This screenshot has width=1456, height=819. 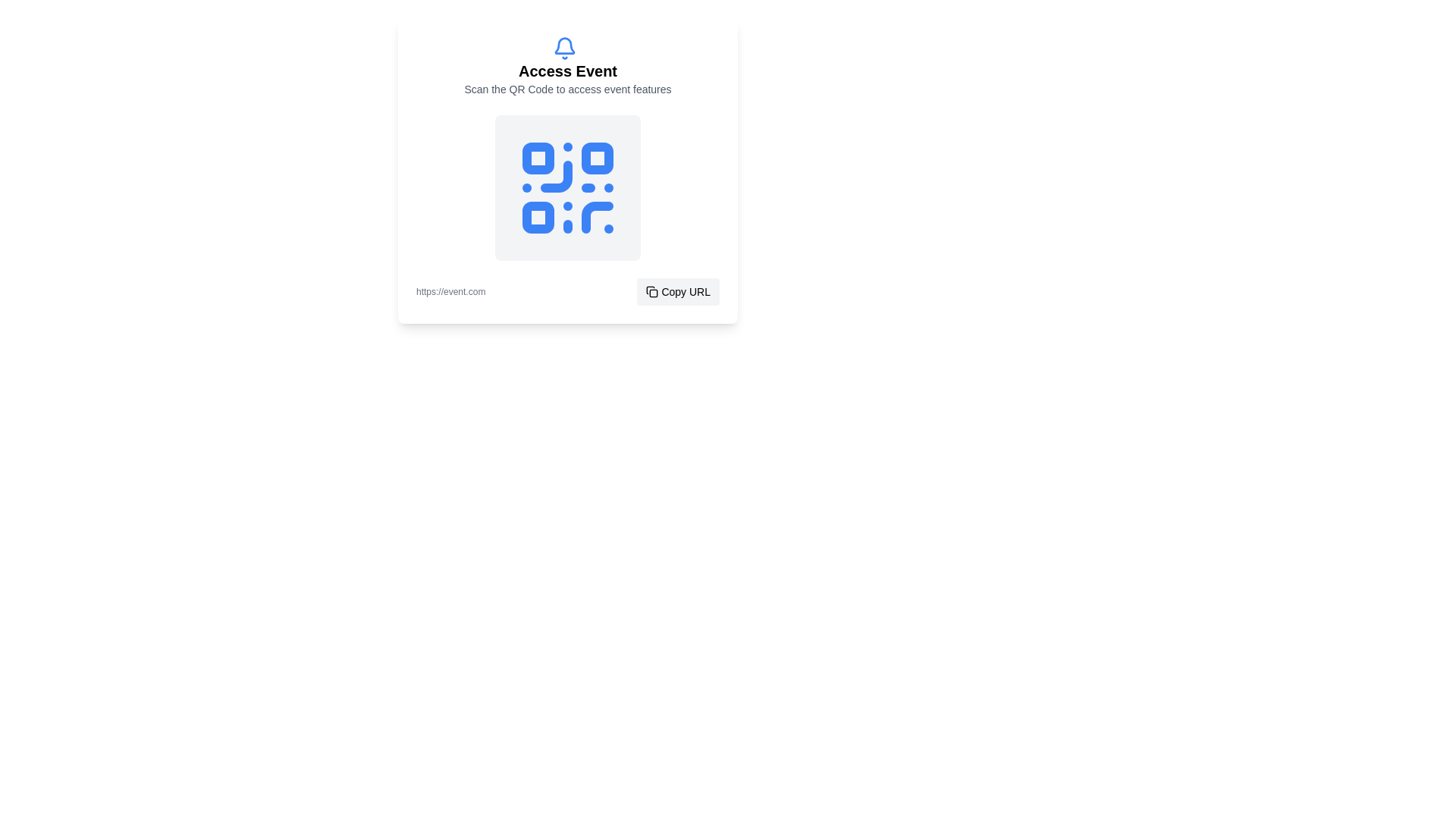 What do you see at coordinates (652, 292) in the screenshot?
I see `the 'Copy URL' icon located inside the 'Copy URL' button at the bottom-right corner of the main card interface` at bounding box center [652, 292].